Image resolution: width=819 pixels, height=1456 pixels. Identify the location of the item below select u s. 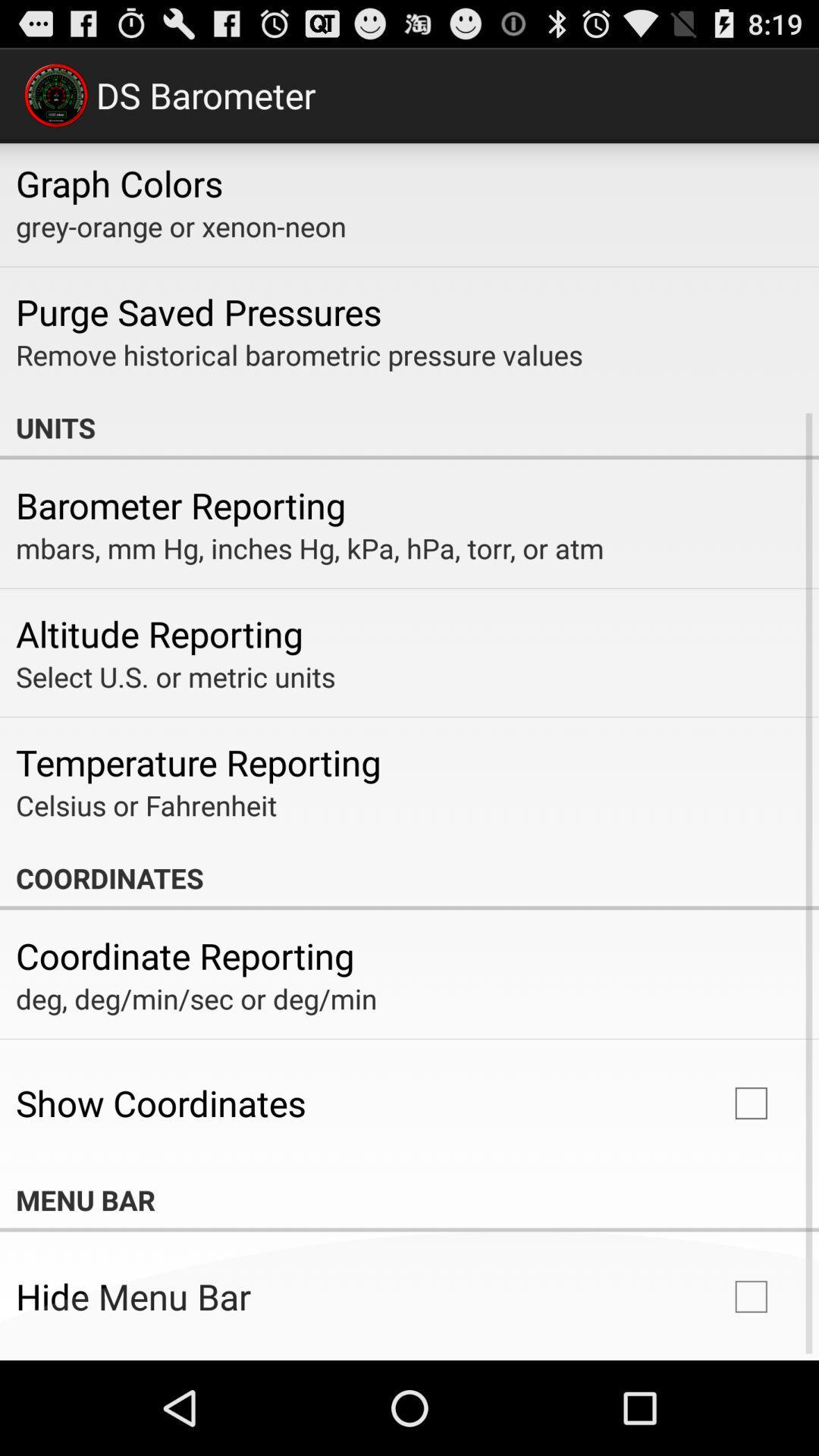
(197, 762).